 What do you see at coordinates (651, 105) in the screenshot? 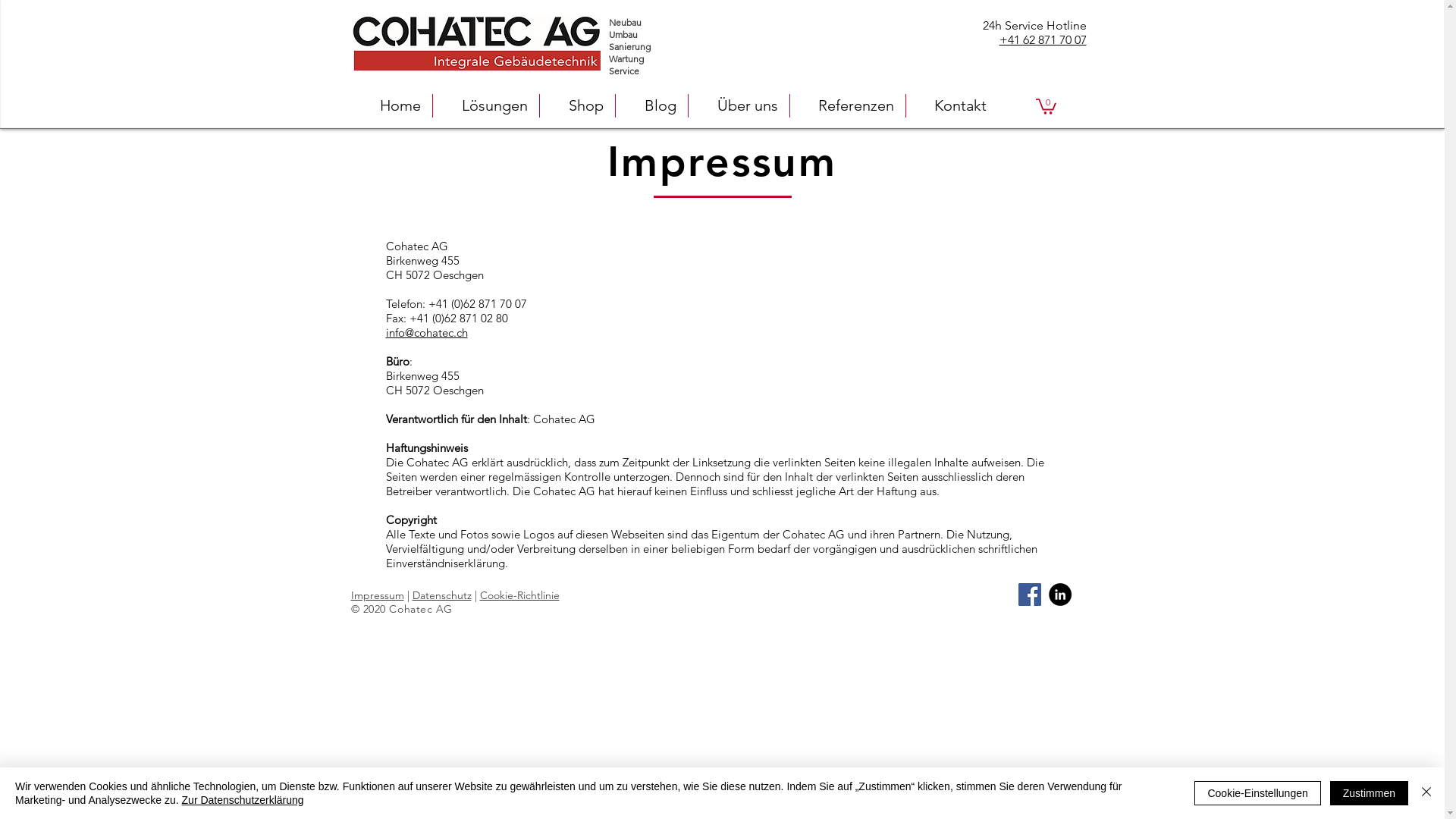
I see `'Blog'` at bounding box center [651, 105].